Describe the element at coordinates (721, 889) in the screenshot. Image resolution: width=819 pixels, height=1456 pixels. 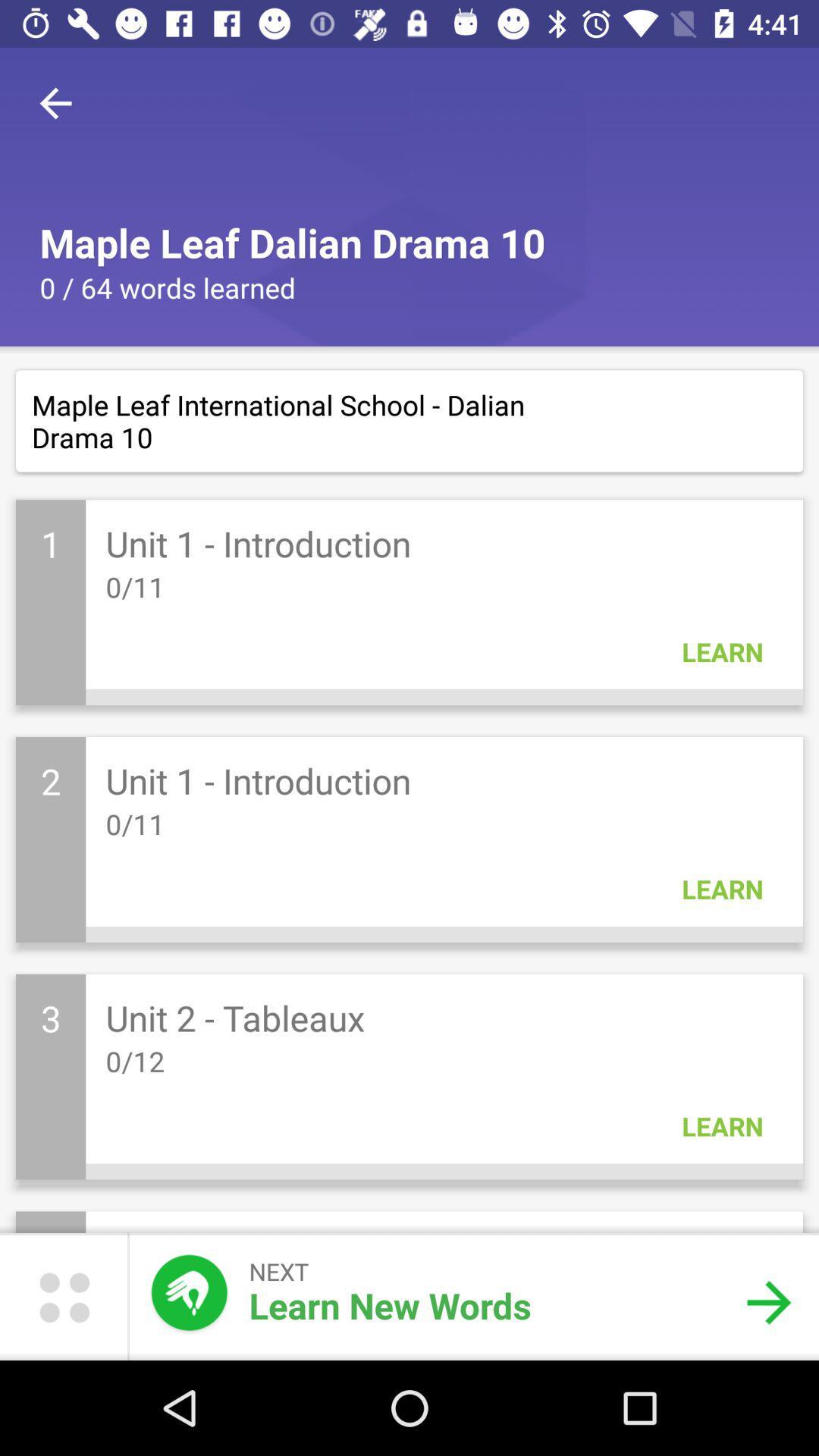
I see `the second learn` at that location.